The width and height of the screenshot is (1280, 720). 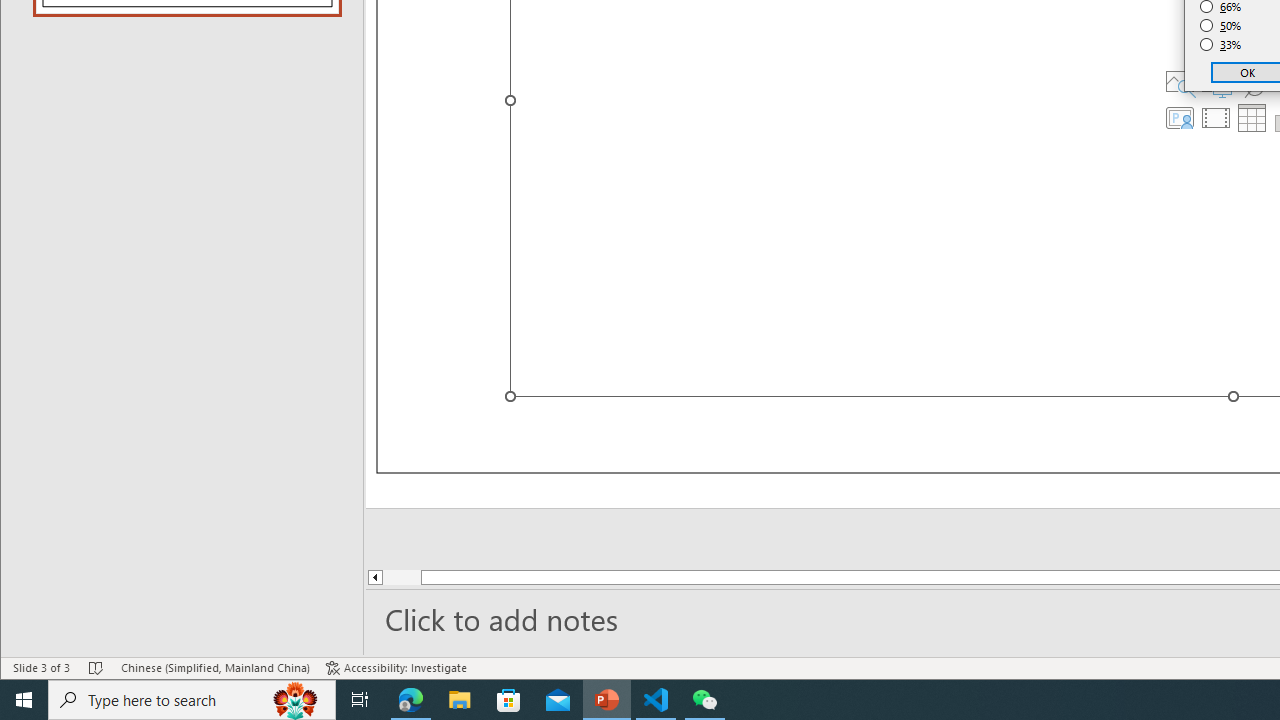 What do you see at coordinates (1220, 45) in the screenshot?
I see `'33%'` at bounding box center [1220, 45].